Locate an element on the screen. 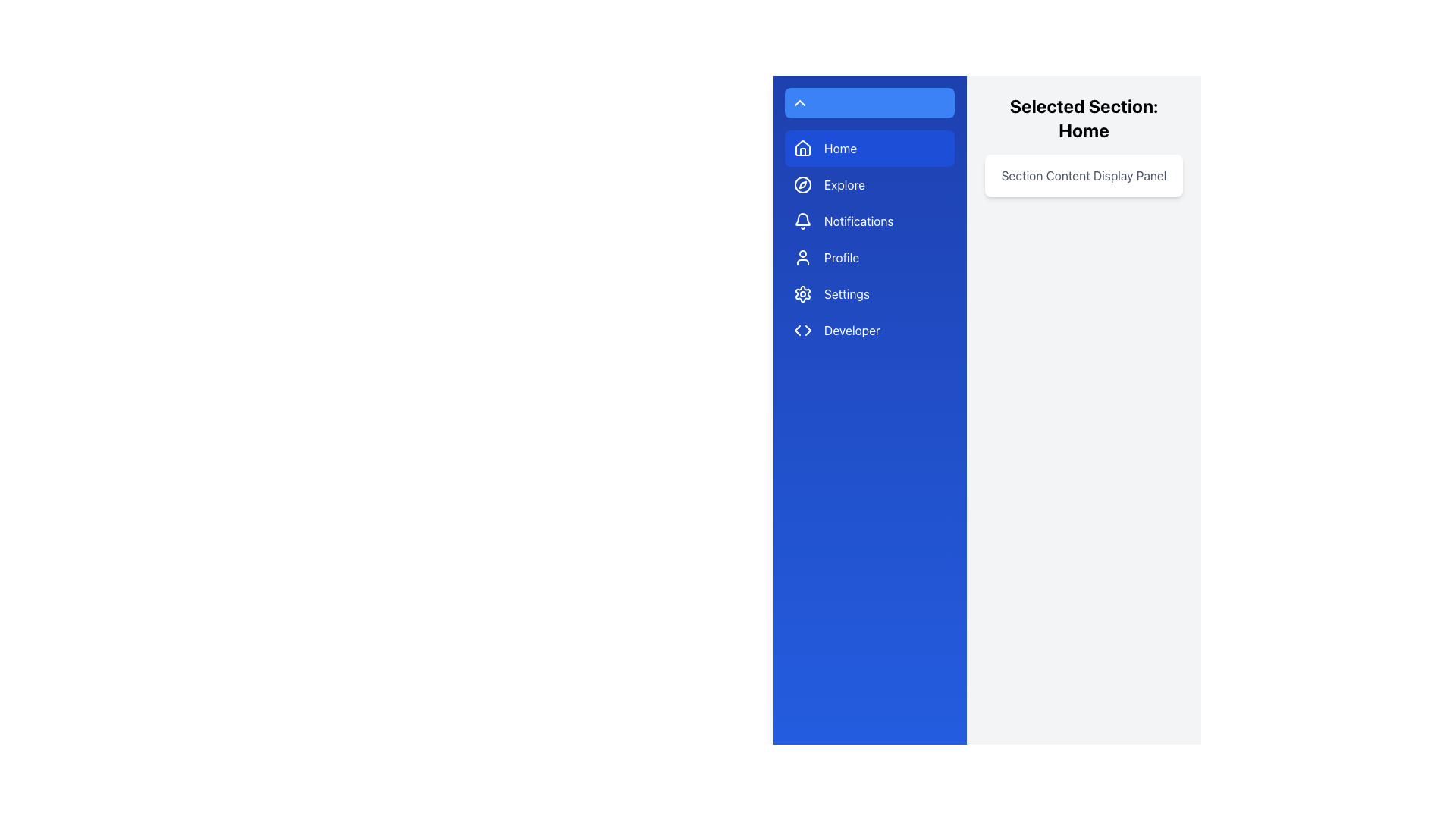 This screenshot has width=1456, height=819. the left-pointing arrow icon within the sidebar menu of the blue vertical navigation bar, which is part of the 'Developer' icon setup is located at coordinates (796, 329).